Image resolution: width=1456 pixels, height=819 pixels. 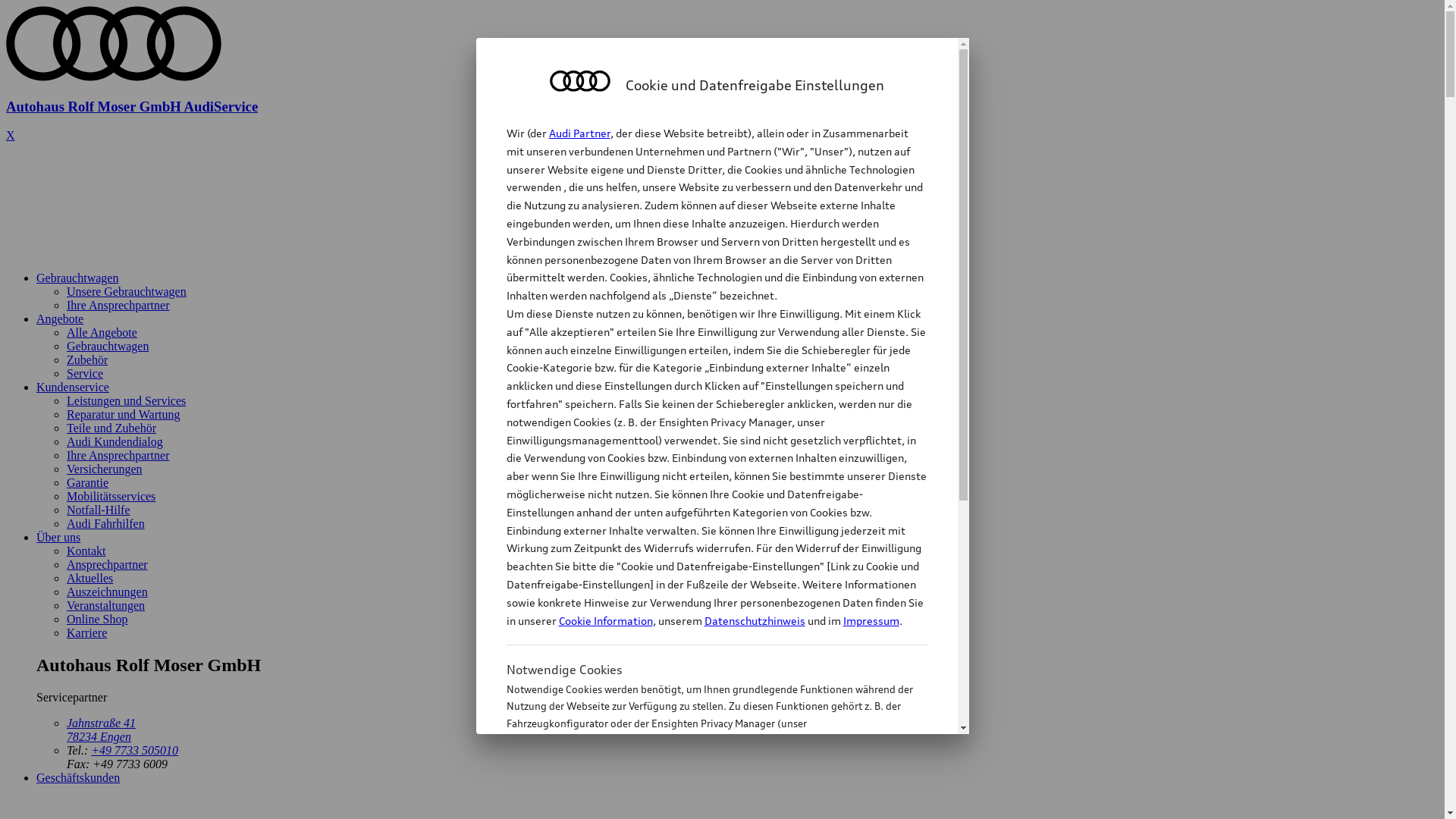 I want to click on 'Unsere Gebrauchtwagen', so click(x=127, y=291).